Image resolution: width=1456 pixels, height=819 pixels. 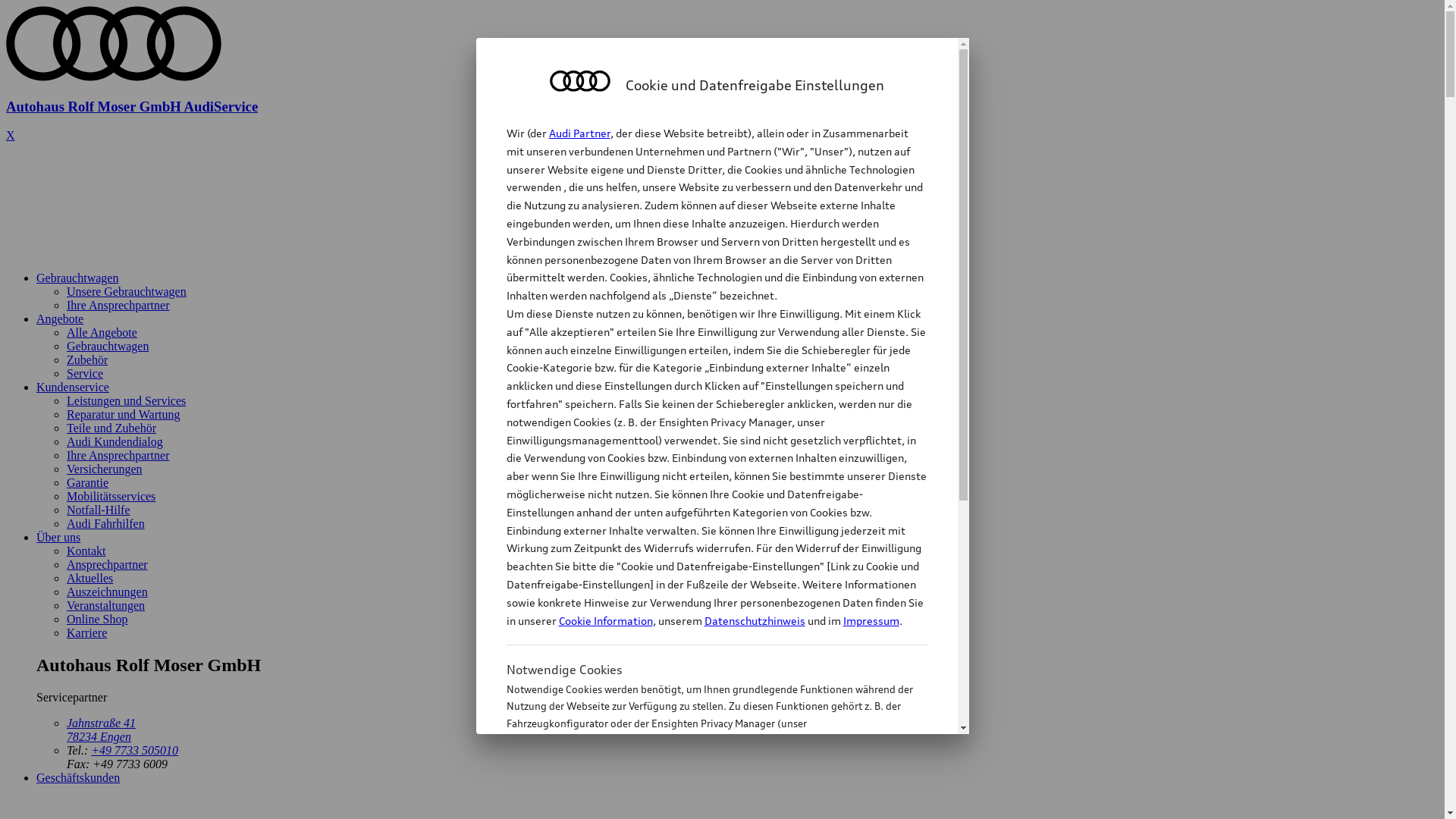 I want to click on 'Unsere Gebrauchtwagen', so click(x=127, y=291).